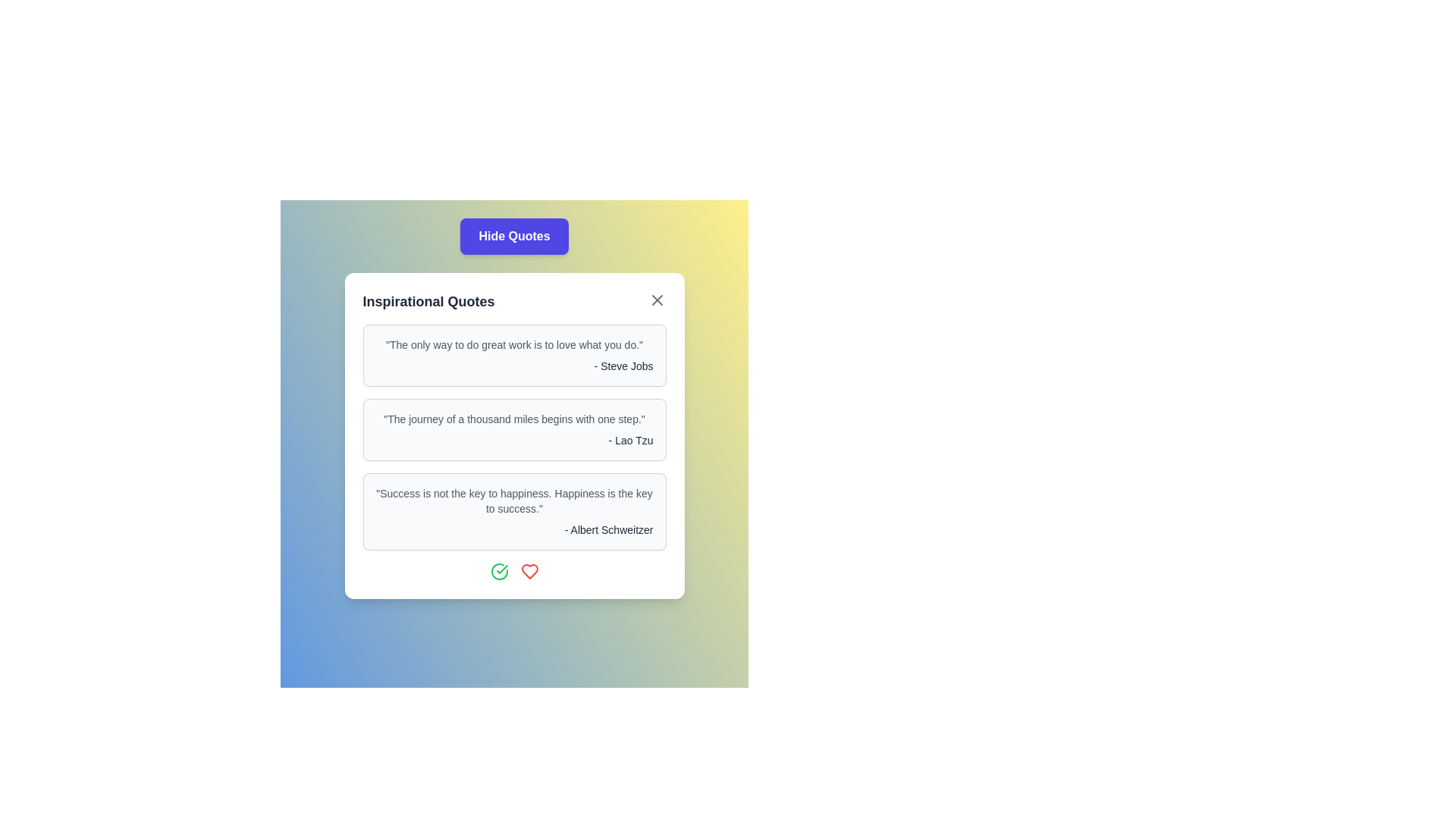 This screenshot has height=819, width=1456. I want to click on the heart-shaped icon located at the bottom of the centered modal dialog, so click(529, 571).